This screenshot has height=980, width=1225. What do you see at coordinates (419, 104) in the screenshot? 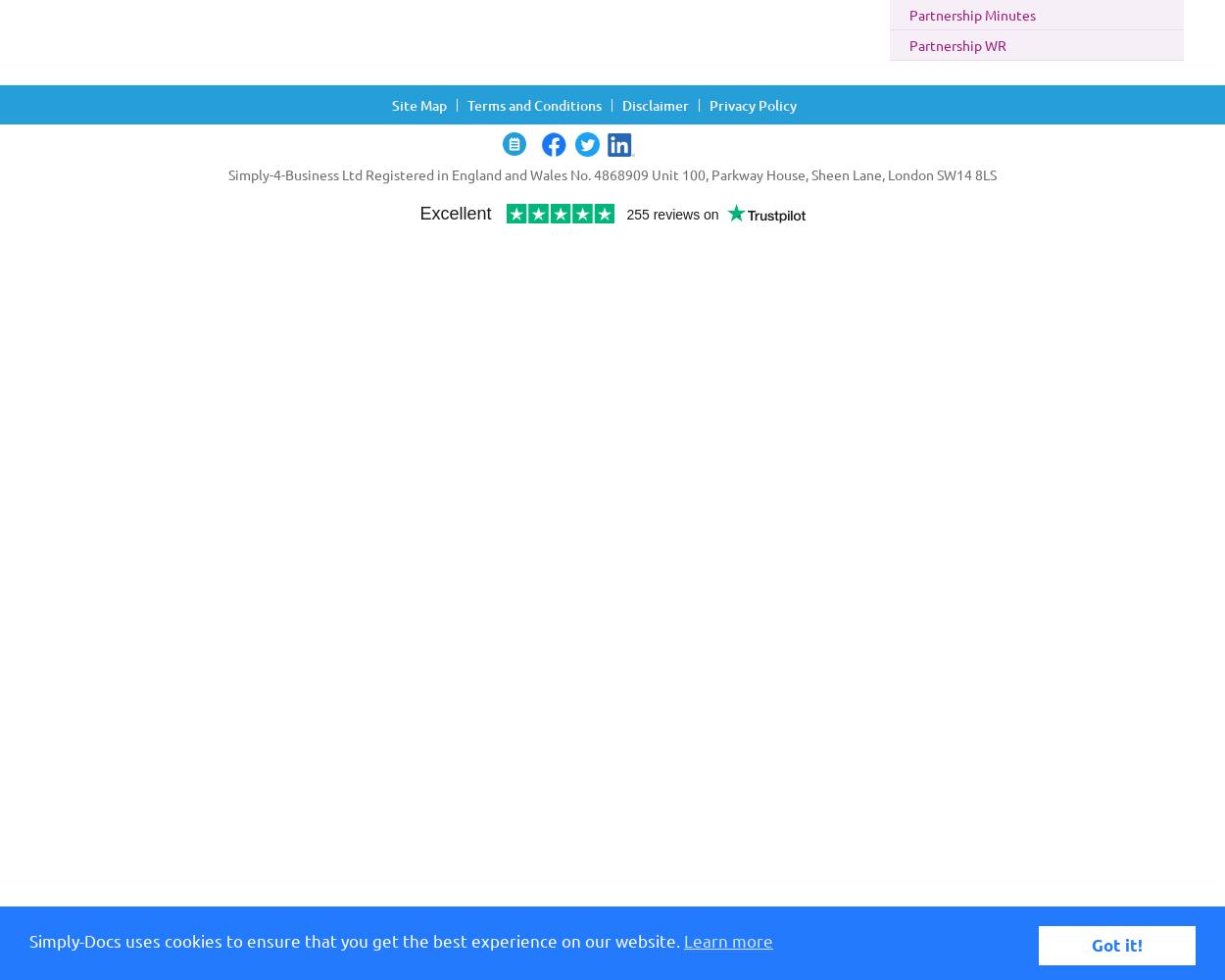
I see `'Site Map'` at bounding box center [419, 104].